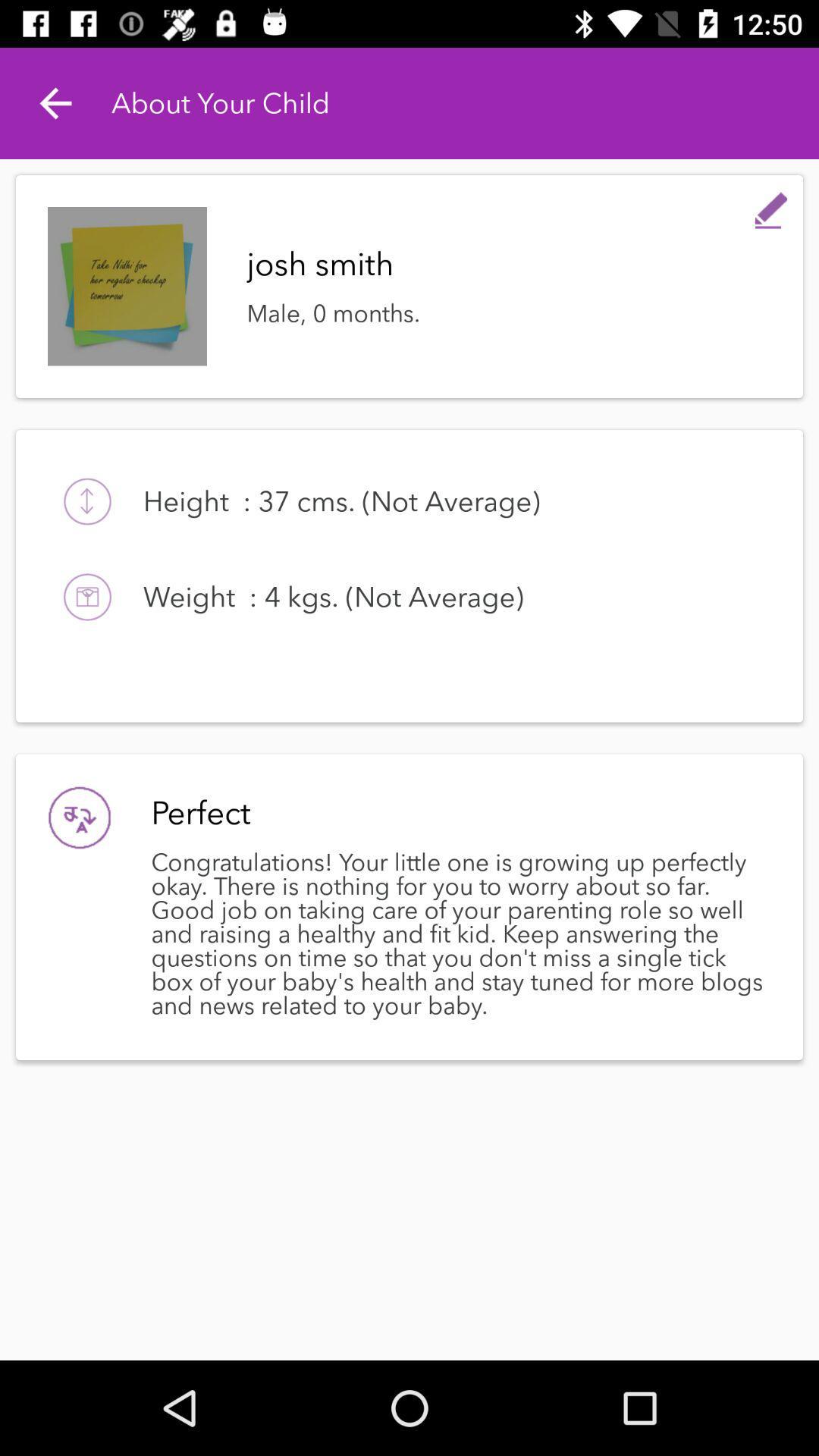 The width and height of the screenshot is (819, 1456). What do you see at coordinates (456, 812) in the screenshot?
I see `item above the congratulations your little` at bounding box center [456, 812].